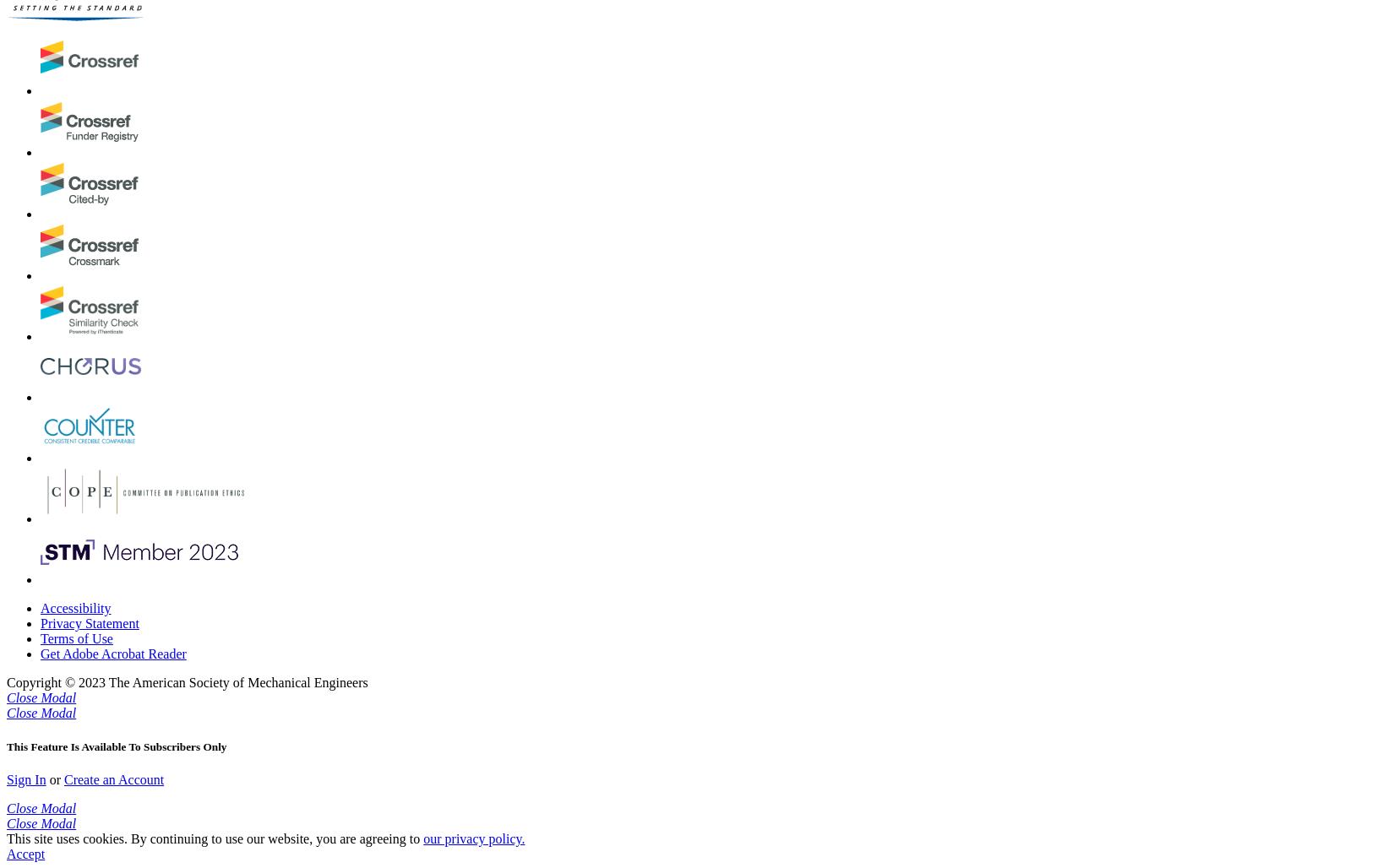 Image resolution: width=1399 pixels, height=868 pixels. I want to click on 'or', so click(44, 778).